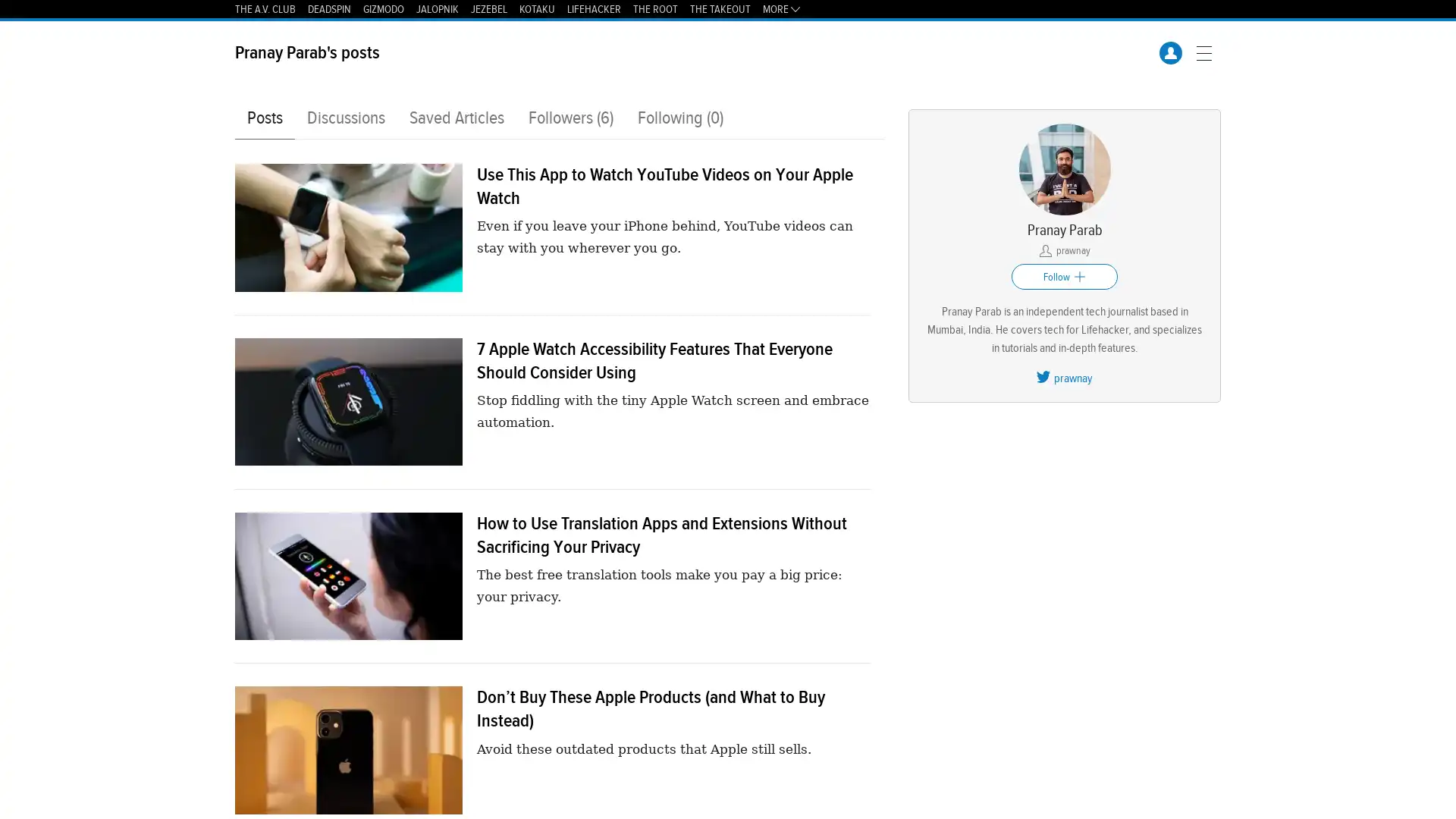  I want to click on UserFilled icon, so click(1170, 52).